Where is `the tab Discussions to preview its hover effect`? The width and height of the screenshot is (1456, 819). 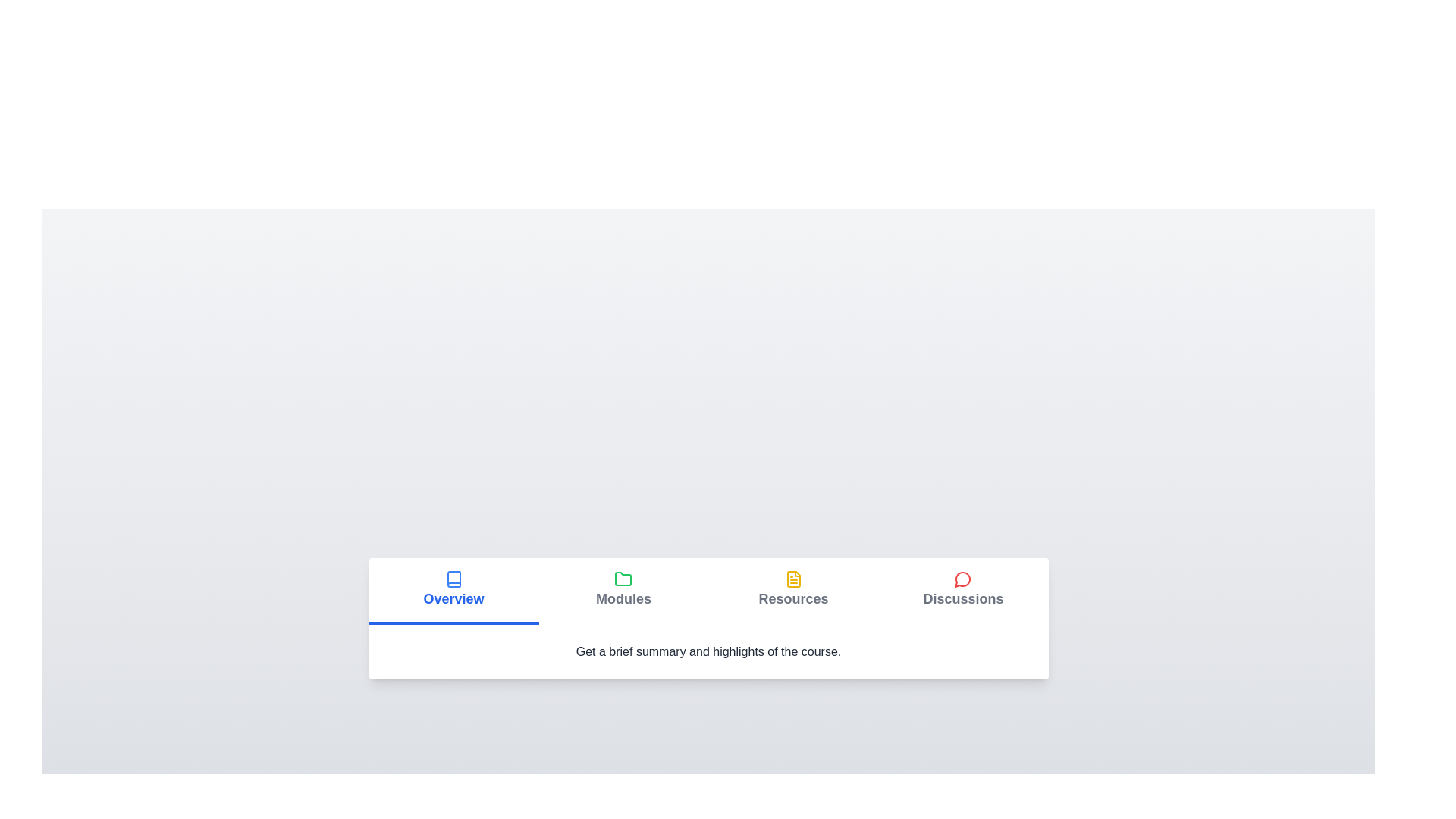
the tab Discussions to preview its hover effect is located at coordinates (962, 590).